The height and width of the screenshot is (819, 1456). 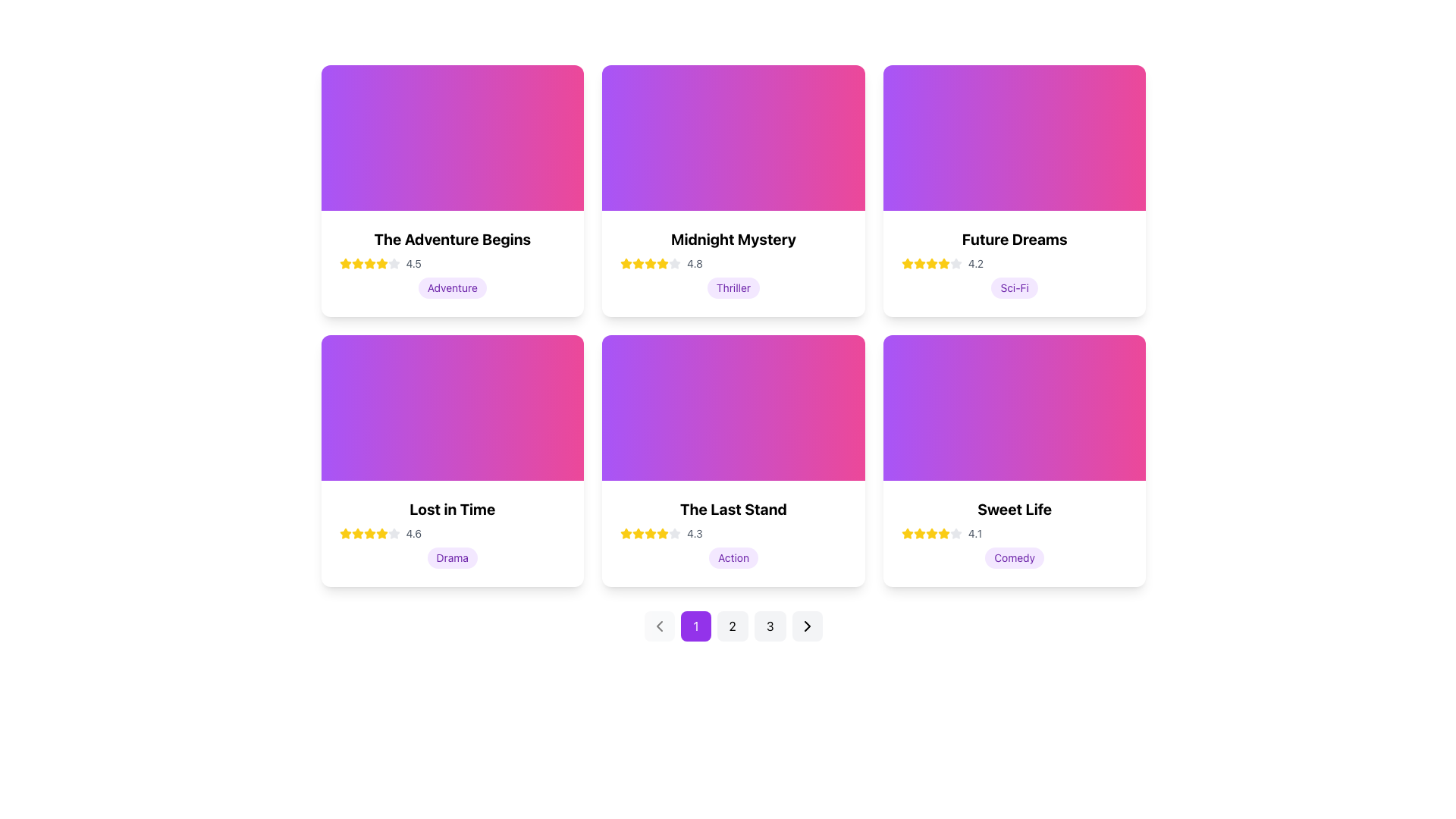 I want to click on the third rating star icon located in the second row below the 'Midnight Mystery' card, so click(x=651, y=262).